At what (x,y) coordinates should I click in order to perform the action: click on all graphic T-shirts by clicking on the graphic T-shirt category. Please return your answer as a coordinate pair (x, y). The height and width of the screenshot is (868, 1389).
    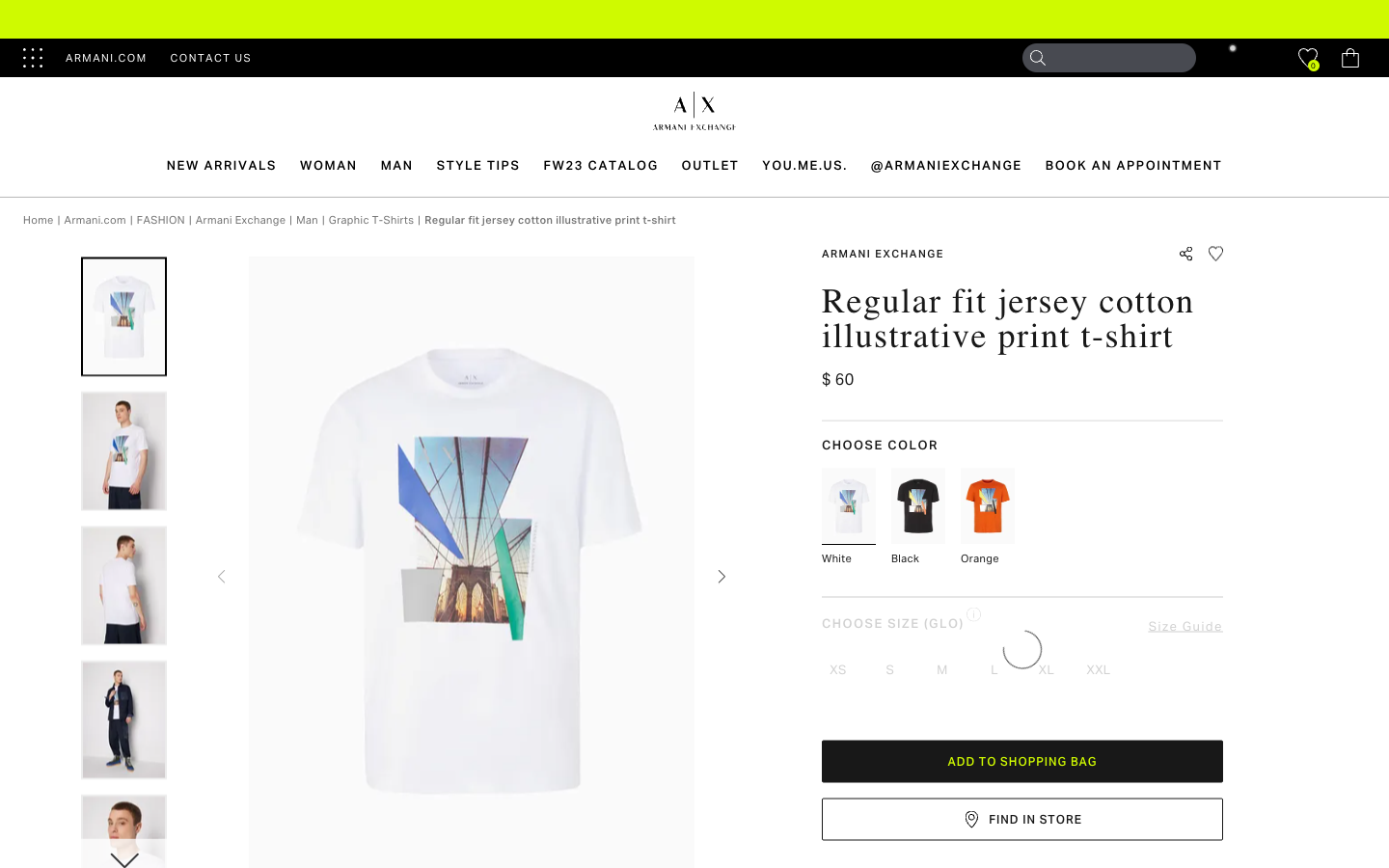
    Looking at the image, I should click on (370, 218).